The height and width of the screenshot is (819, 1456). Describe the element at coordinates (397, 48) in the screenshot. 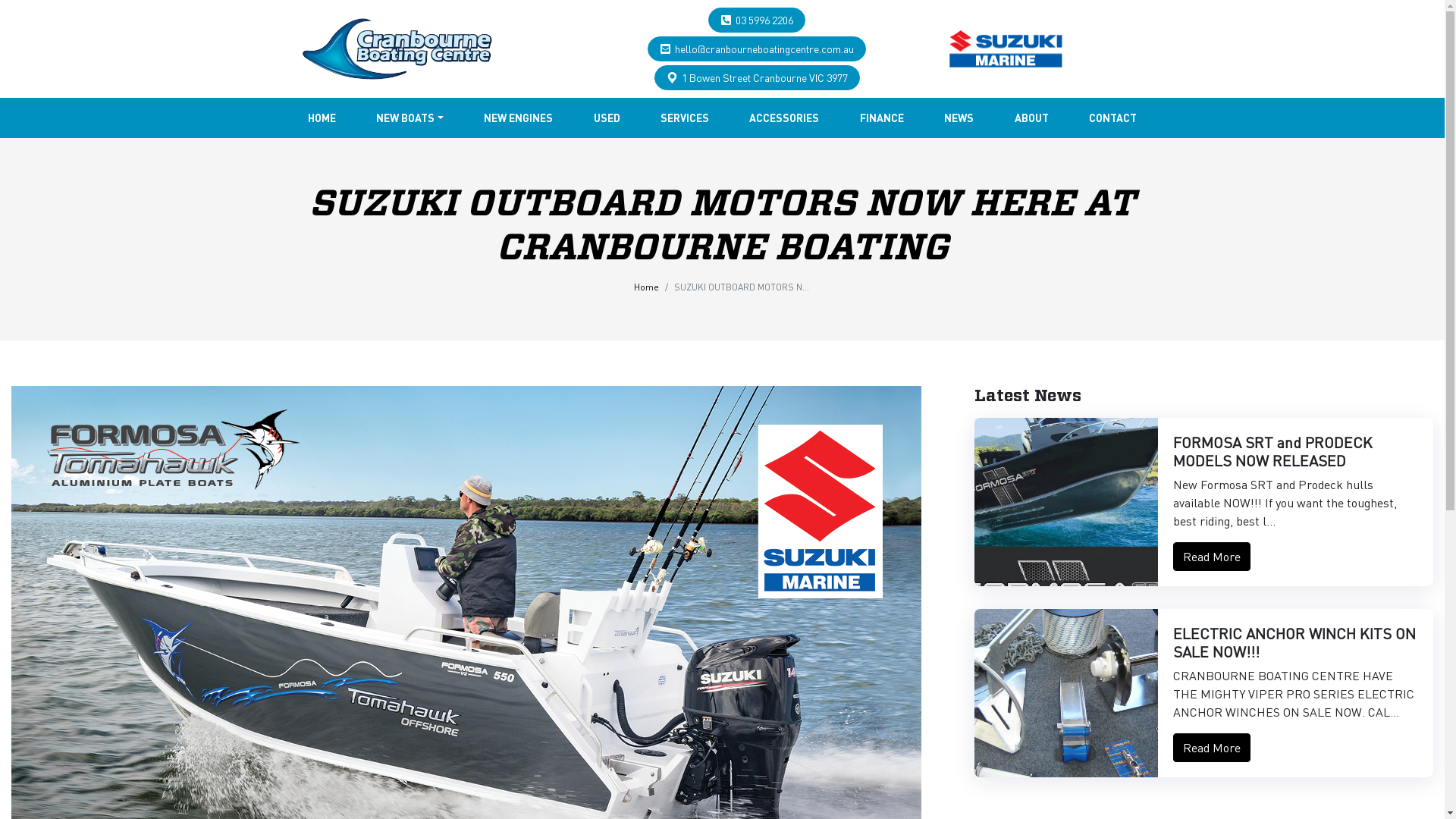

I see `'...'` at that location.